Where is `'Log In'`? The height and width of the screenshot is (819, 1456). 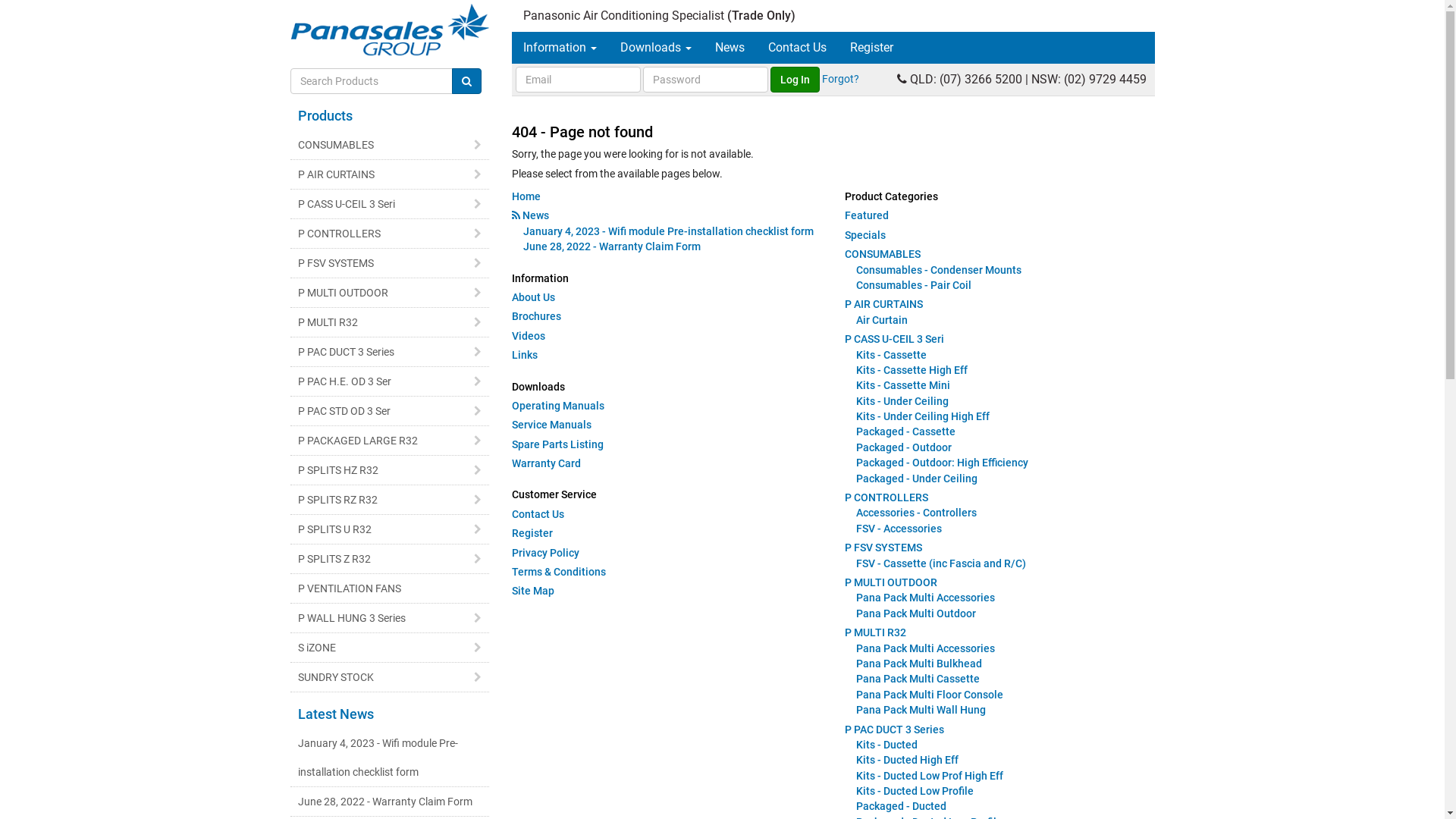 'Log In' is located at coordinates (794, 79).